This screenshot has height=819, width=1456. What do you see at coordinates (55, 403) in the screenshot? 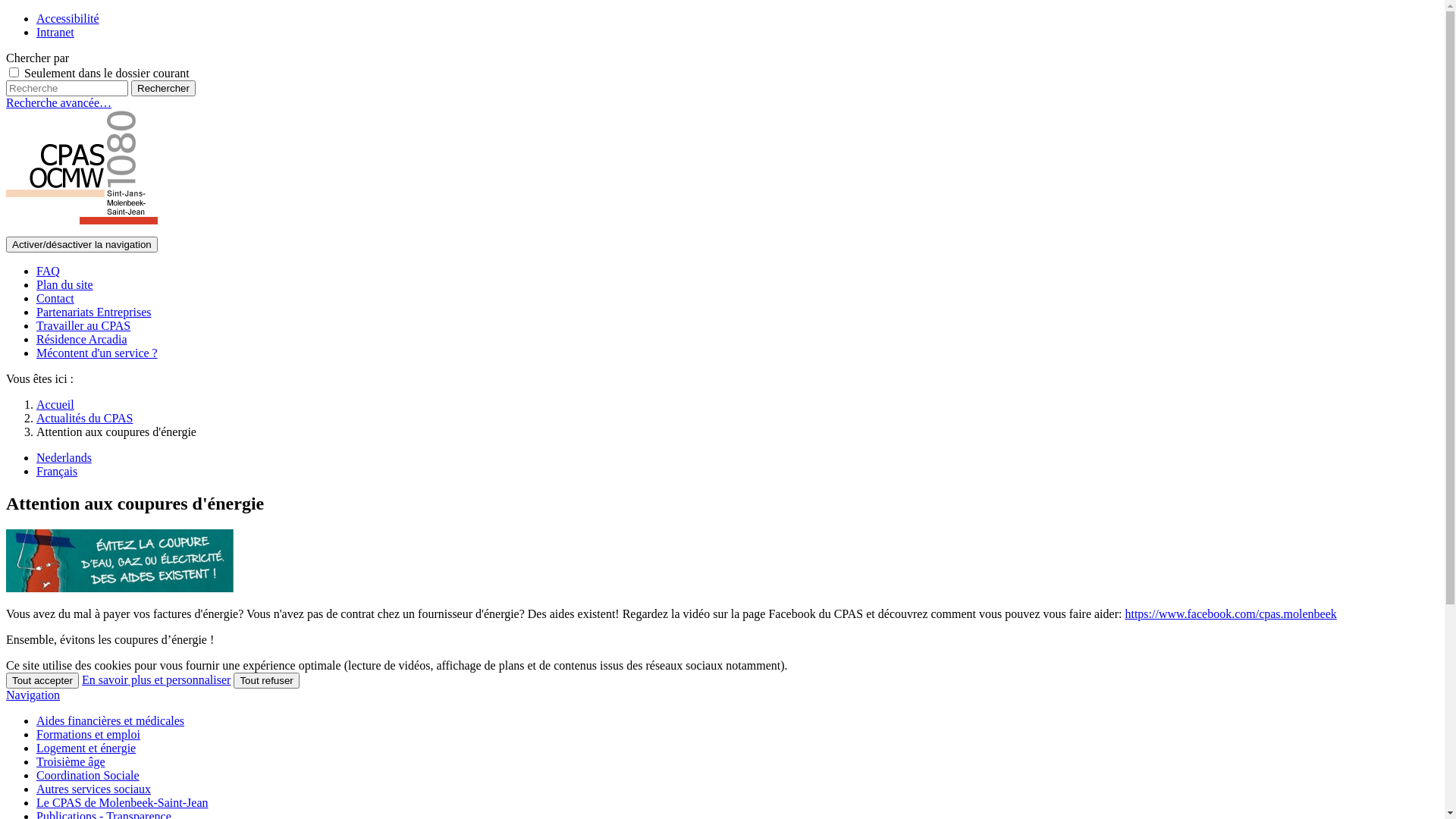
I see `'Accueil'` at bounding box center [55, 403].